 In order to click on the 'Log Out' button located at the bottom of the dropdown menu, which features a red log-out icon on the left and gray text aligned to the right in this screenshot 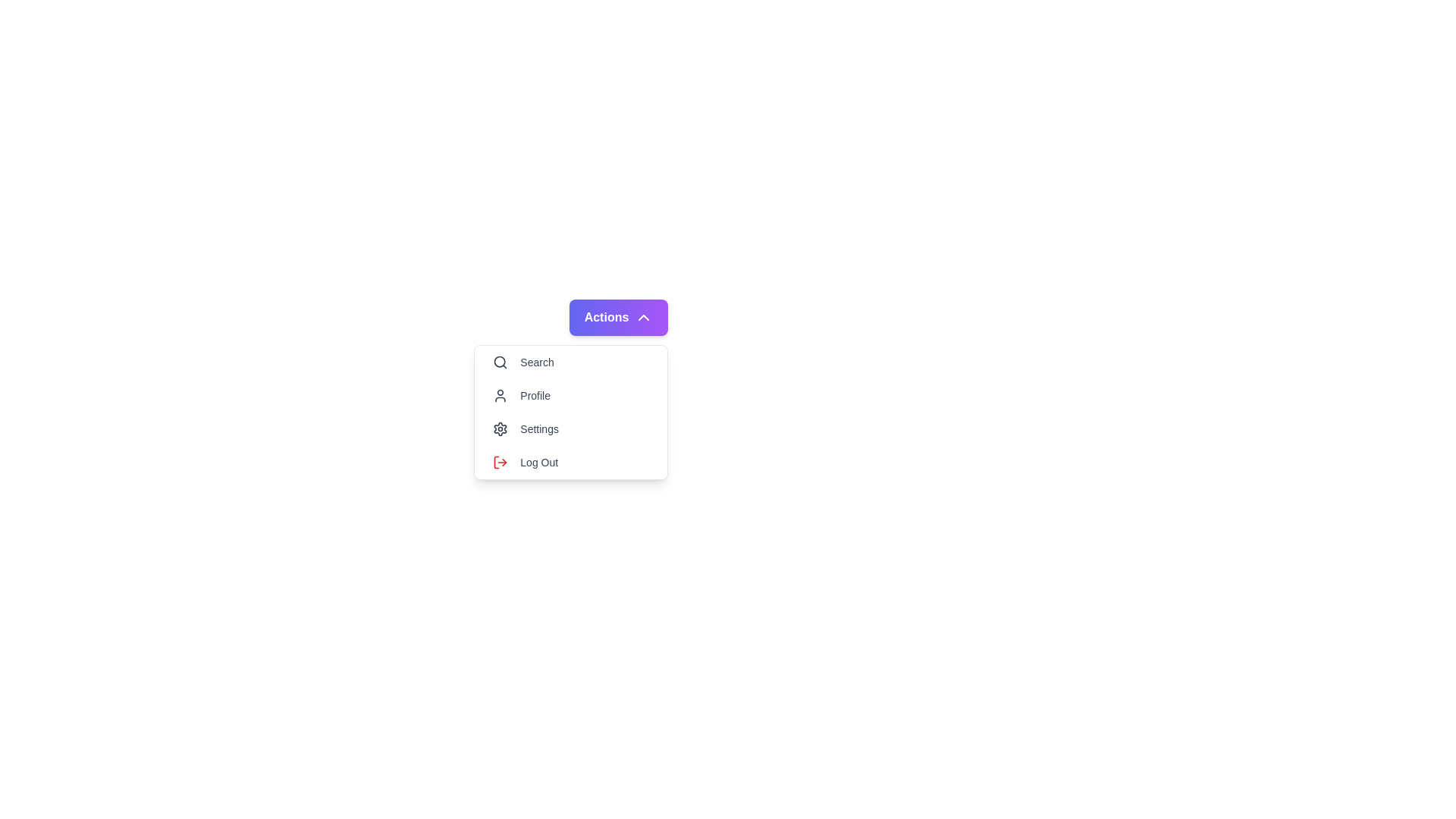, I will do `click(570, 461)`.